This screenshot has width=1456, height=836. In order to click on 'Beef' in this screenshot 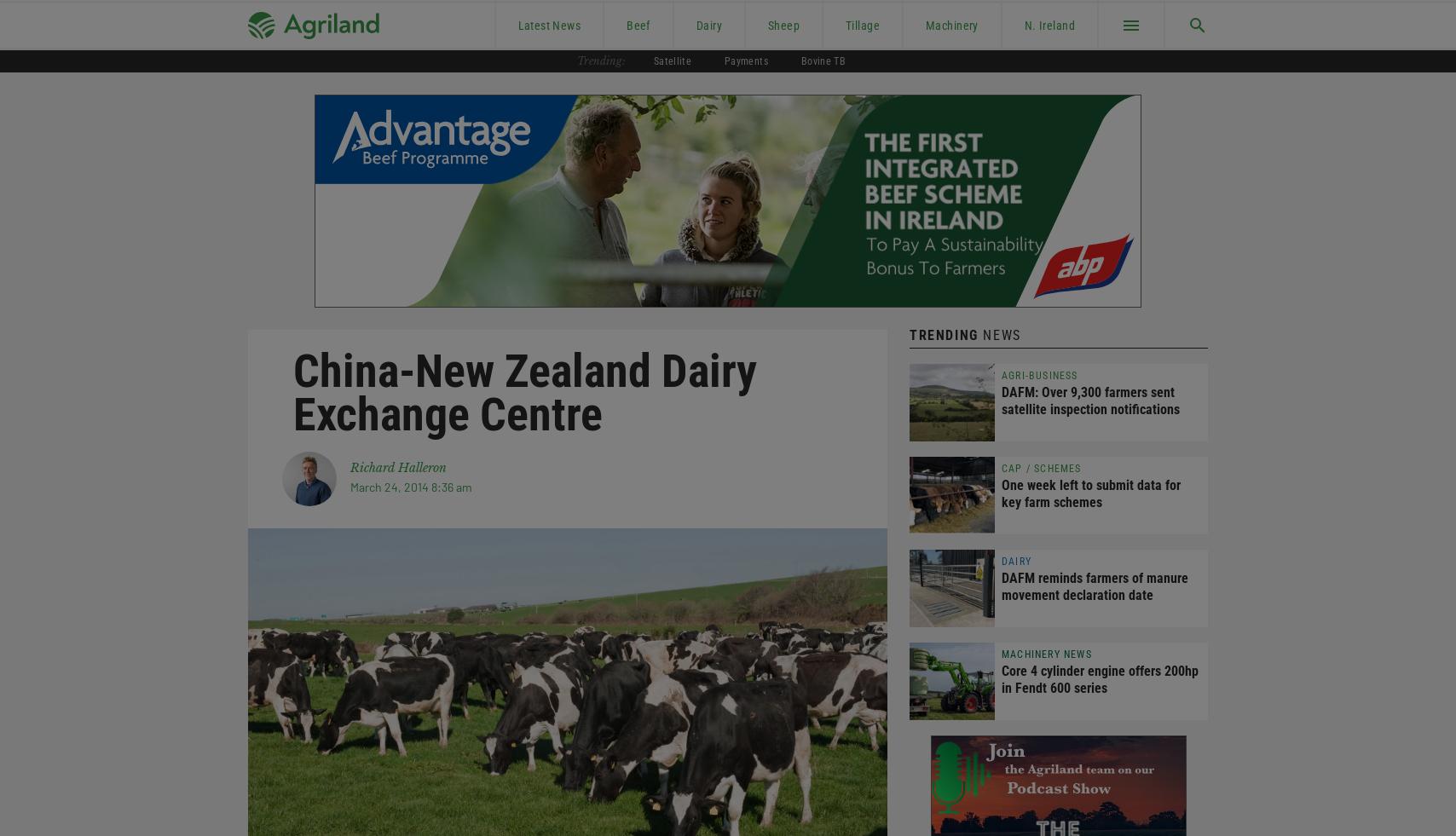, I will do `click(638, 24)`.